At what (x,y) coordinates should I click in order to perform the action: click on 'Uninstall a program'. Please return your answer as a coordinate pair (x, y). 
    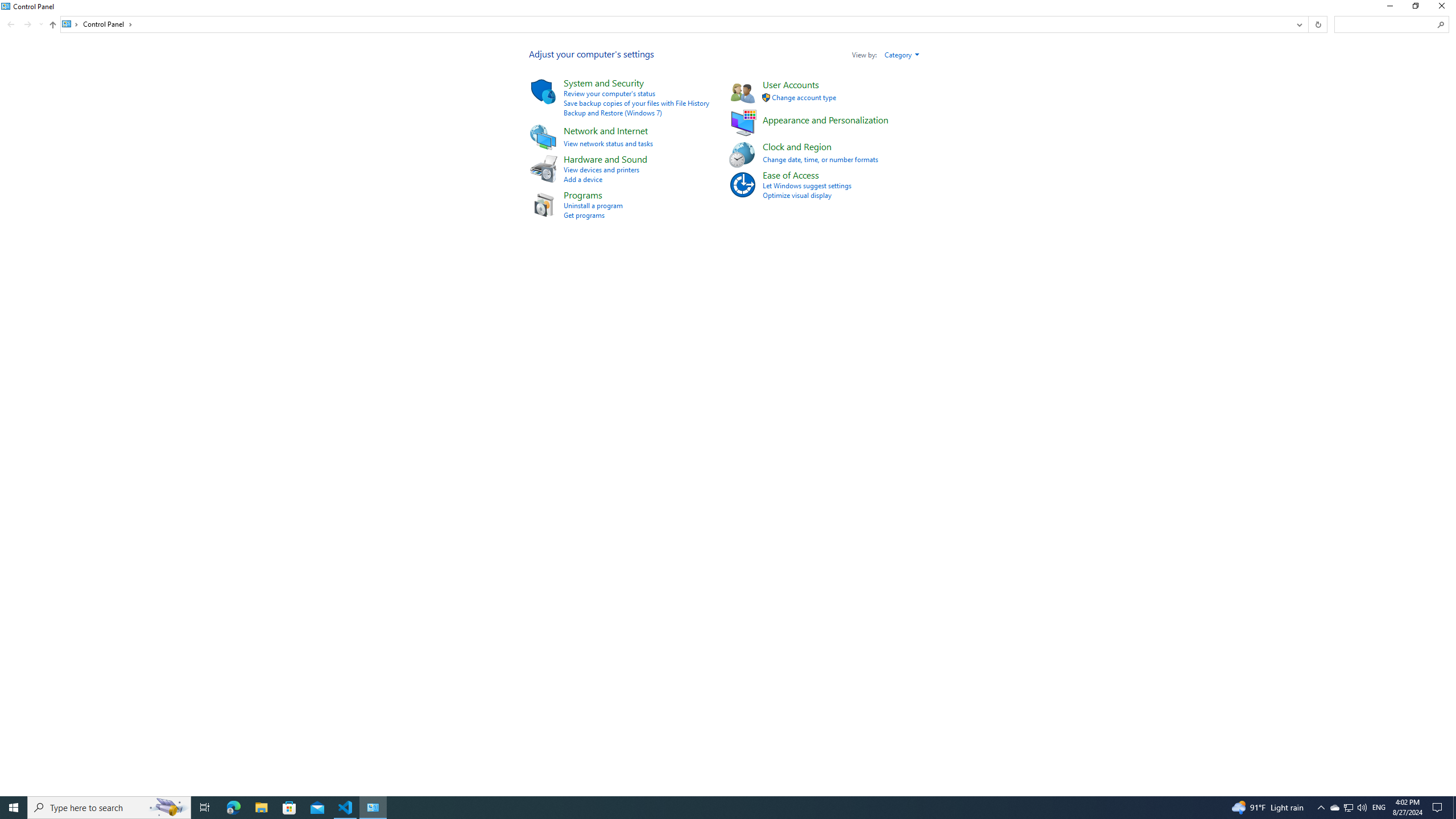
    Looking at the image, I should click on (593, 205).